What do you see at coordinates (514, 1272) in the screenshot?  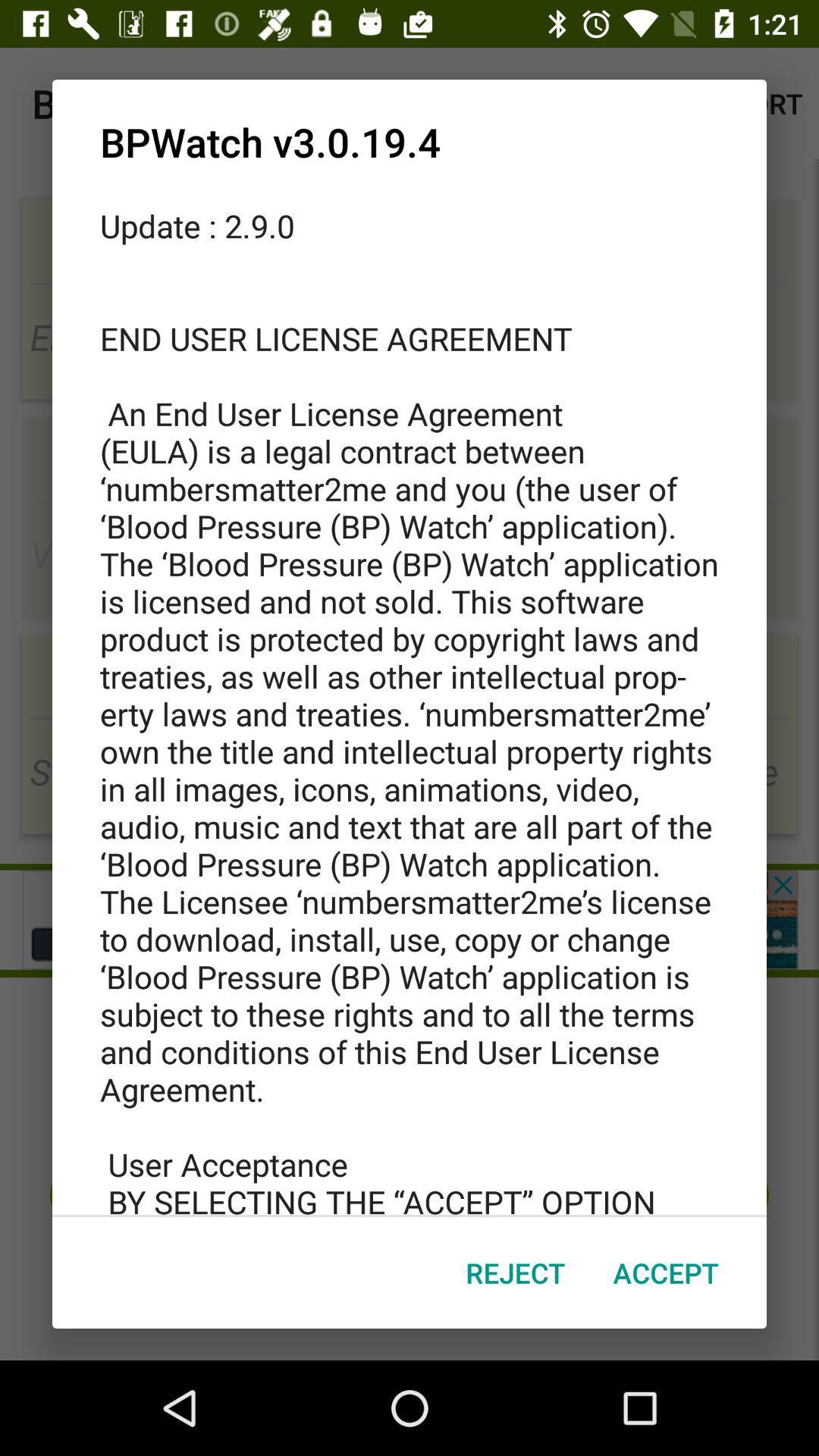 I see `the item below the update 2 9 icon` at bounding box center [514, 1272].